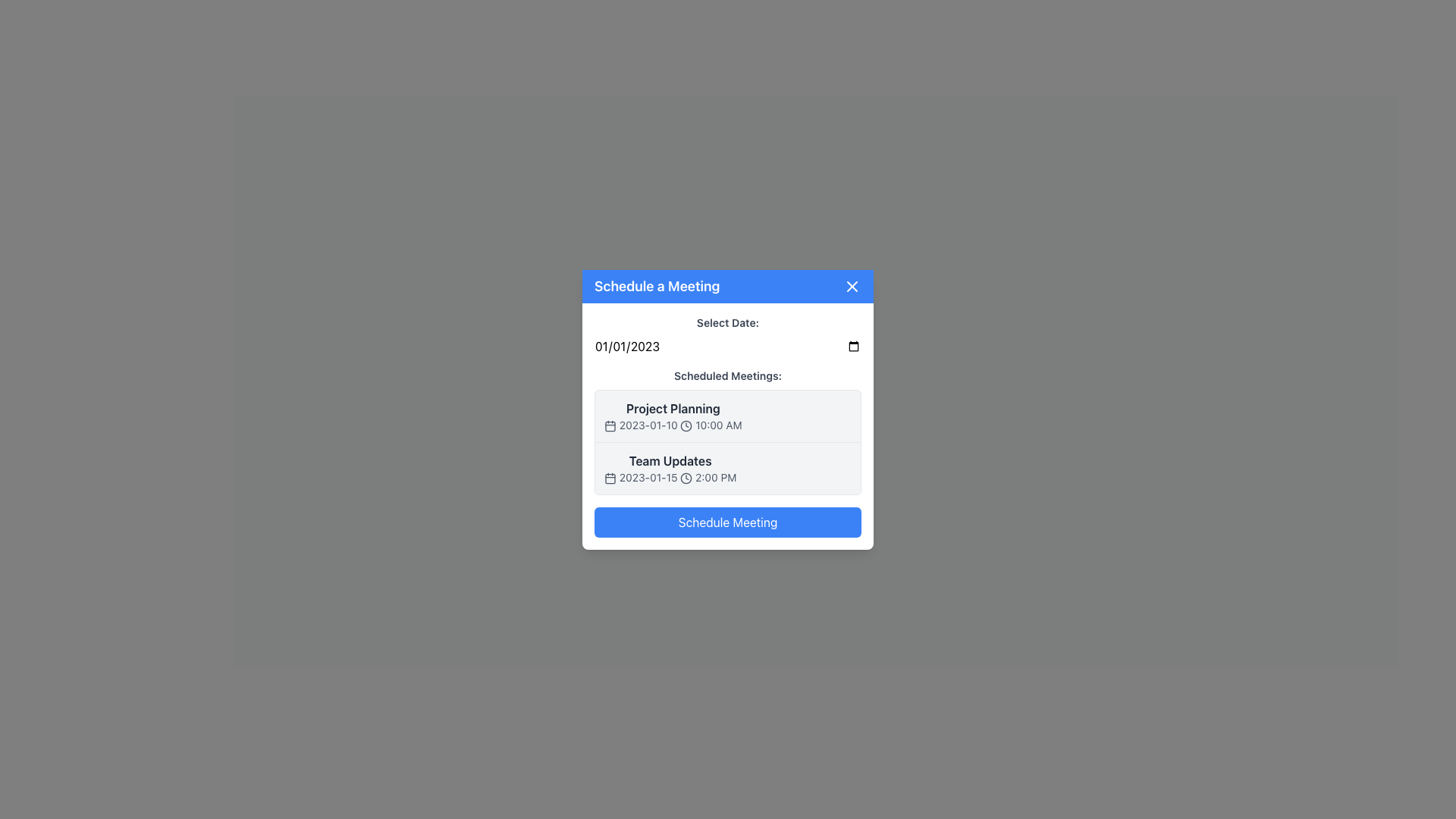 This screenshot has height=819, width=1456. Describe the element at coordinates (852, 286) in the screenshot. I see `the 'X' close icon located in the top-right corner of the 'Schedule a Meeting' modal` at that location.